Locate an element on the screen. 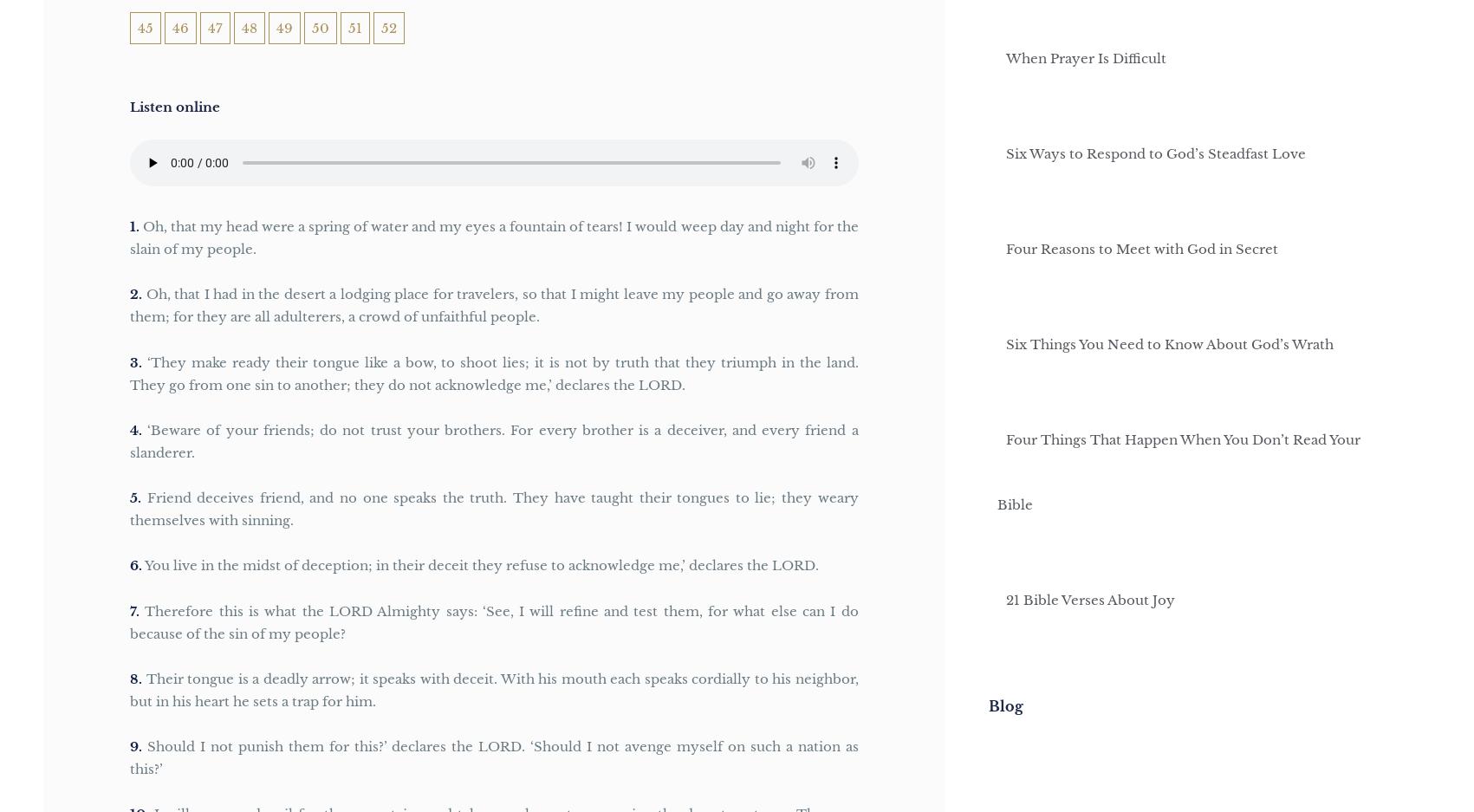 This screenshot has width=1474, height=812. '45' is located at coordinates (137, 27).